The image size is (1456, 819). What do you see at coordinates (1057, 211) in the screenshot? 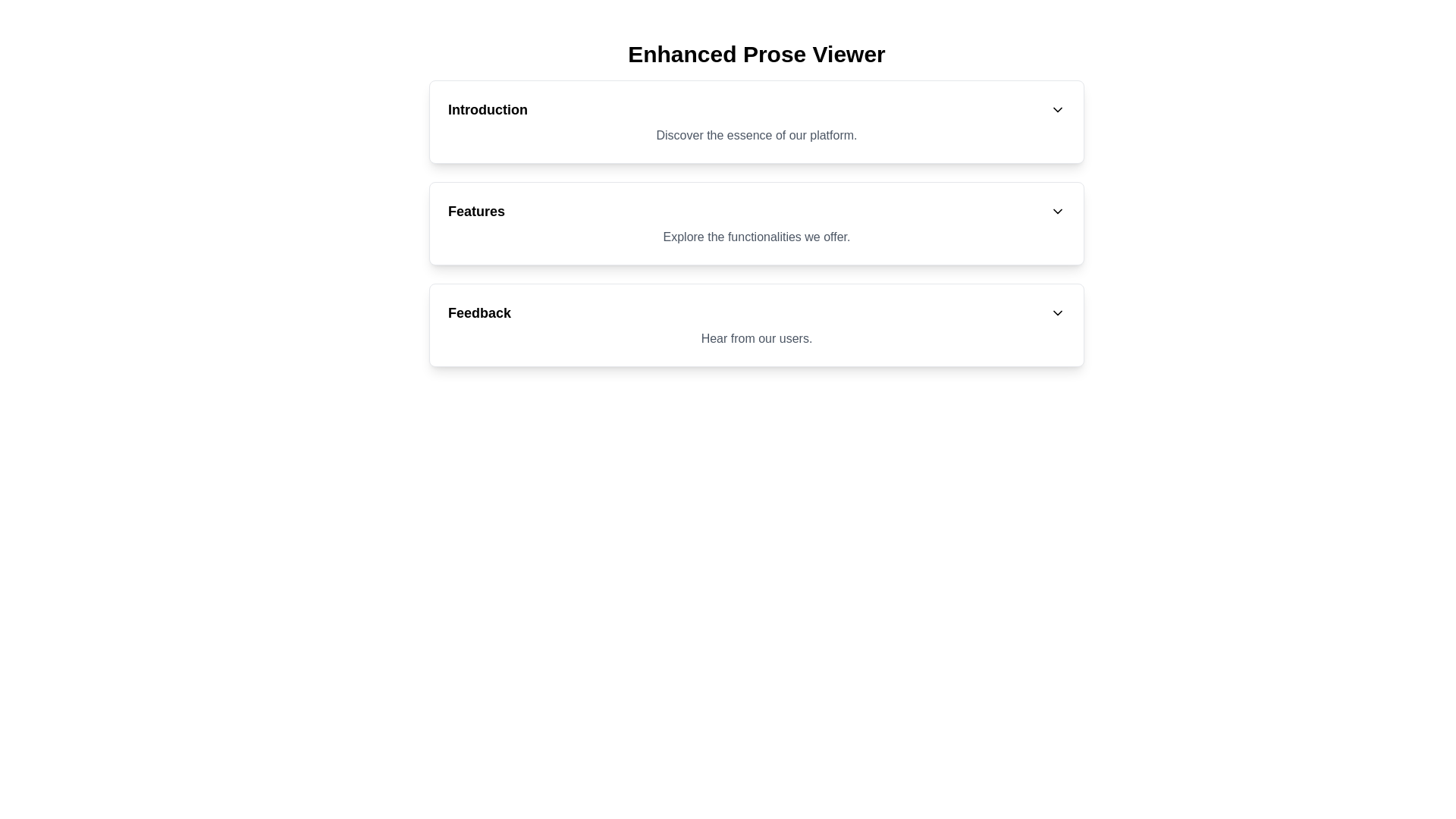
I see `the toggle icon for the 'Features' section` at bounding box center [1057, 211].